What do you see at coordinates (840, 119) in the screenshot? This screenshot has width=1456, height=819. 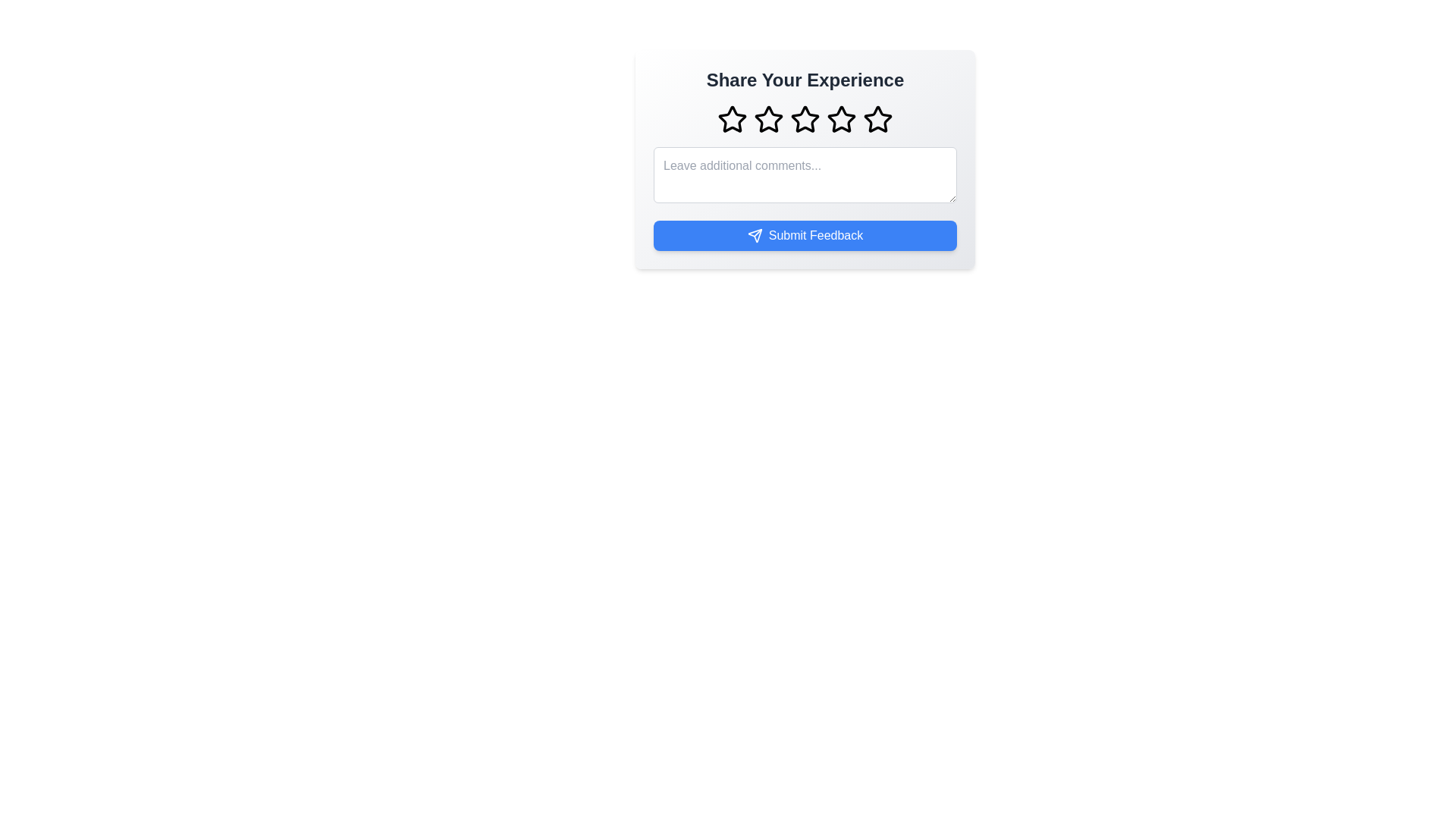 I see `the fourth rating star icon, which is yellow and has a black outline, to indicate intent to select` at bounding box center [840, 119].